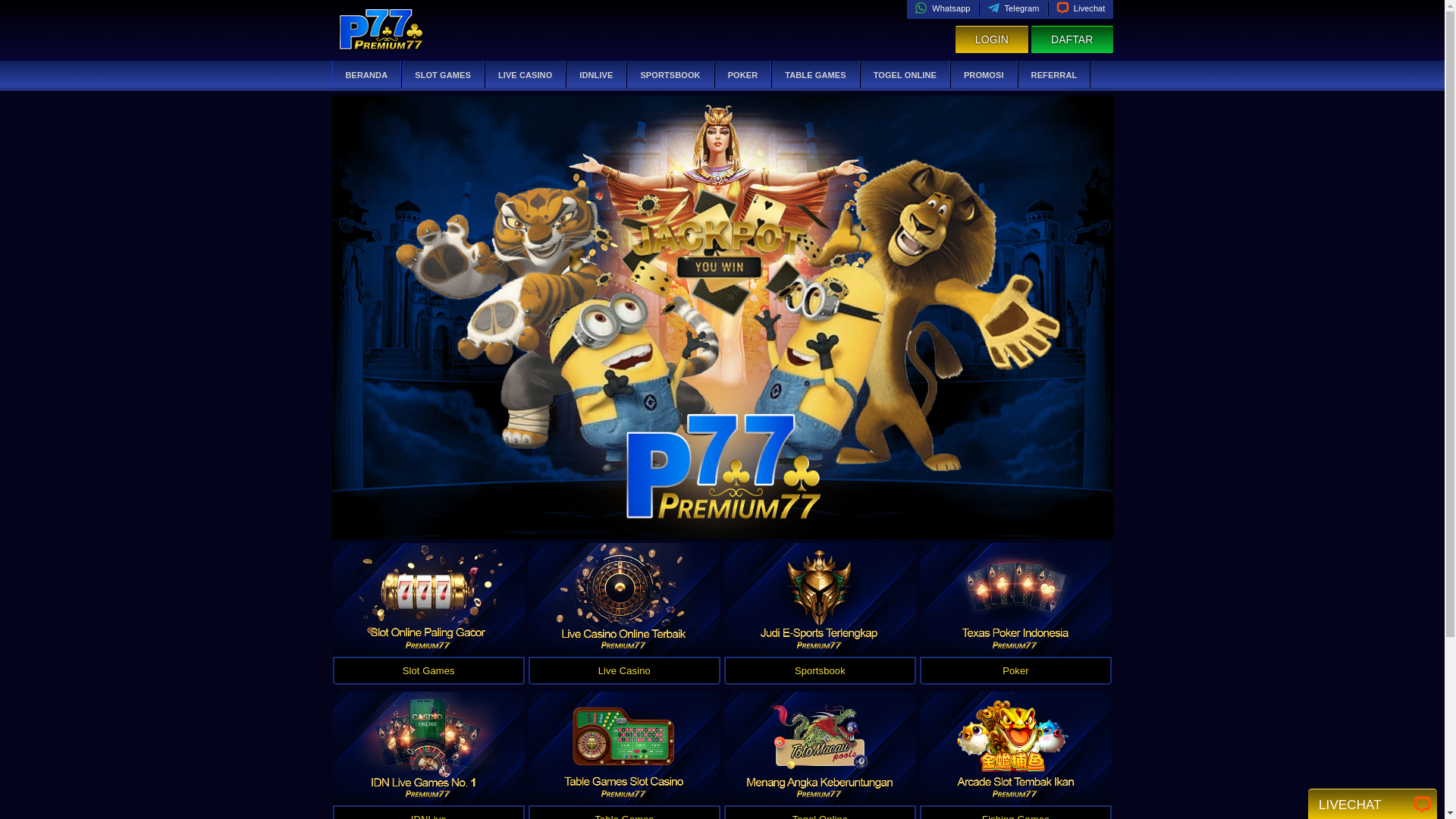  Describe the element at coordinates (987, 8) in the screenshot. I see `'Telegram'` at that location.